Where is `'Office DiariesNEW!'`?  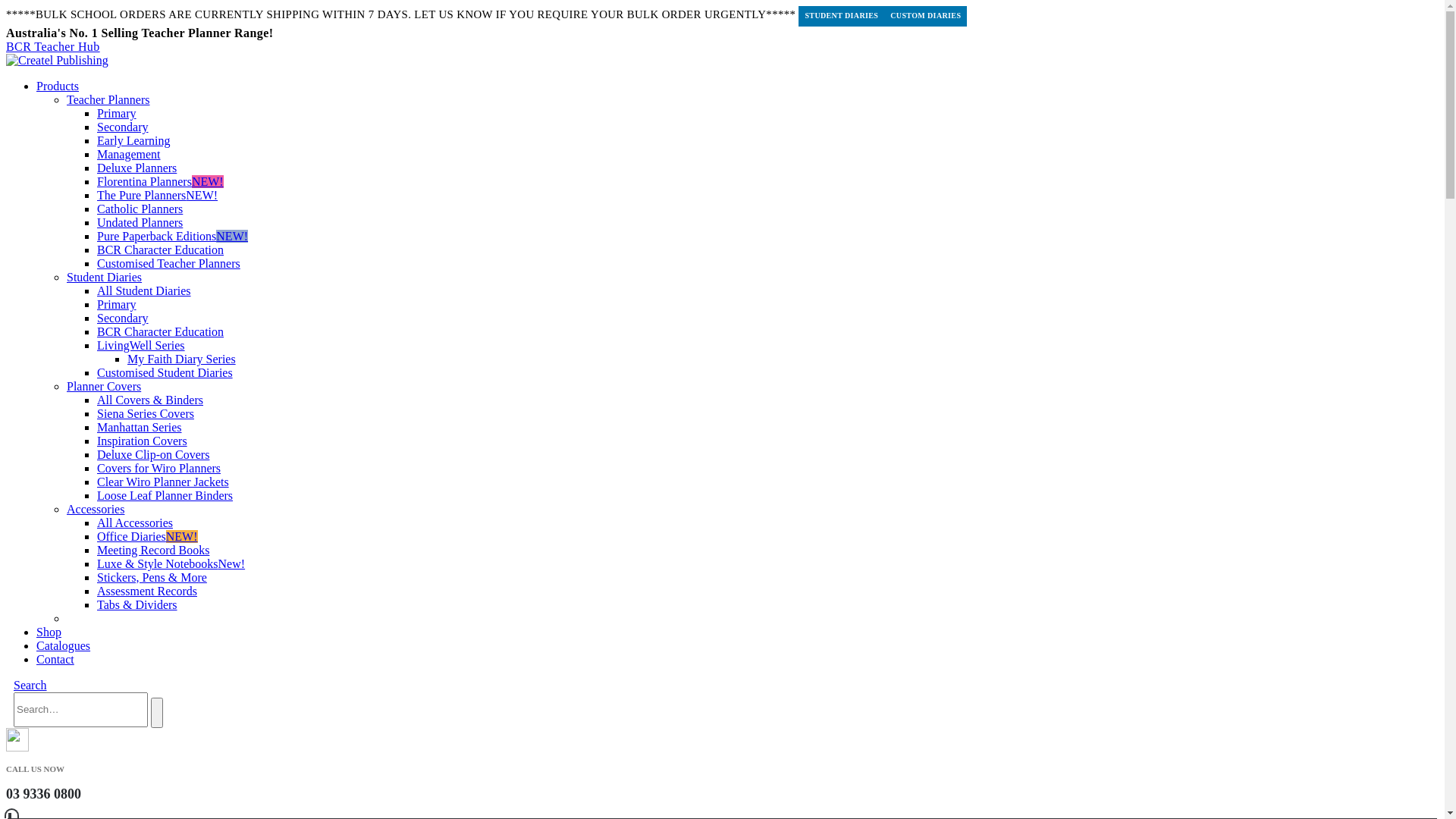
'Office DiariesNEW!' is located at coordinates (96, 535).